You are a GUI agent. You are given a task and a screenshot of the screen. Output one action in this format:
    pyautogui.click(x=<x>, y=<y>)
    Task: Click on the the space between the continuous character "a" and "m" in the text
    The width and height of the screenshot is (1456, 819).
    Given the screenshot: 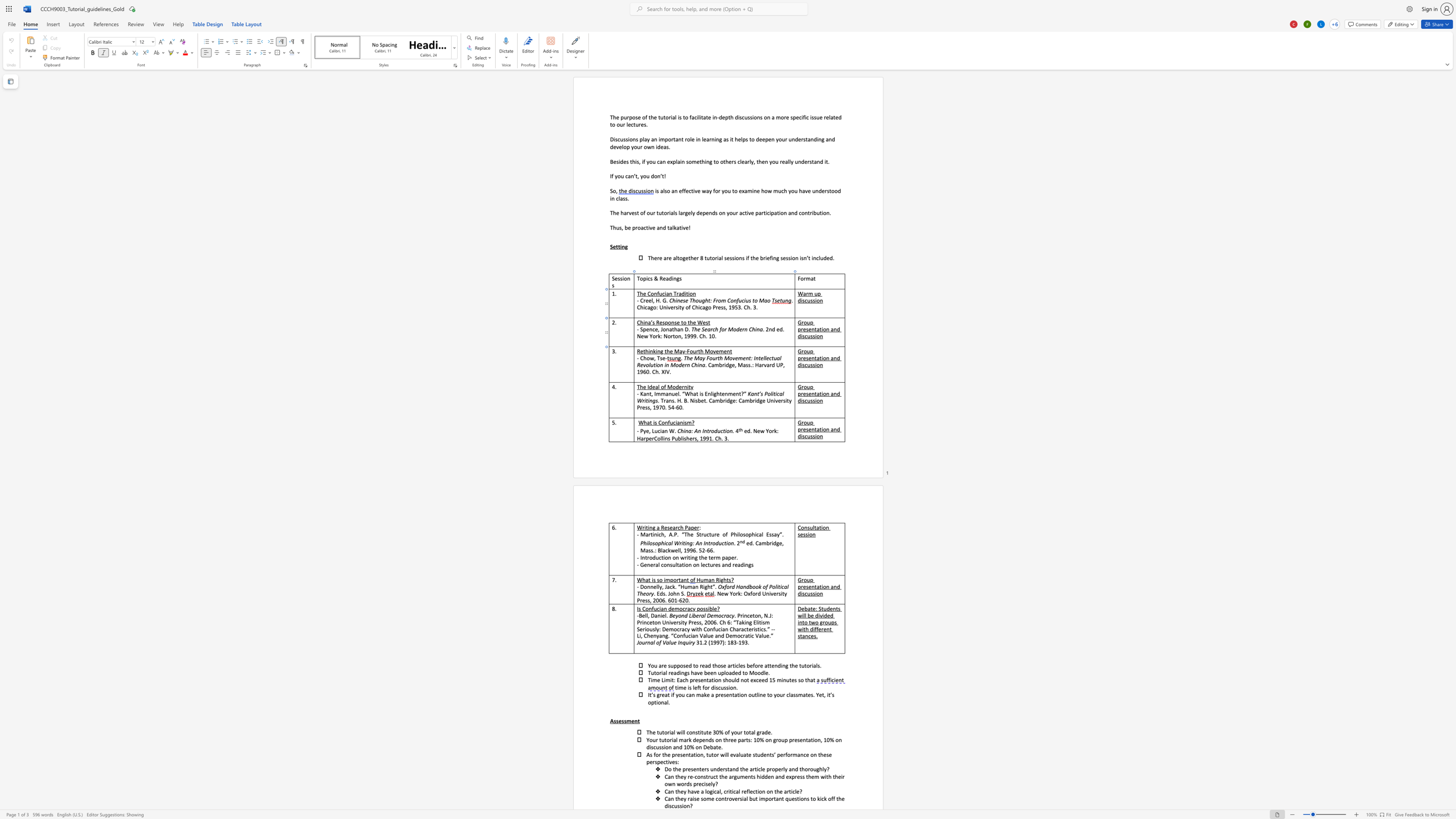 What is the action you would take?
    pyautogui.click(x=714, y=364)
    